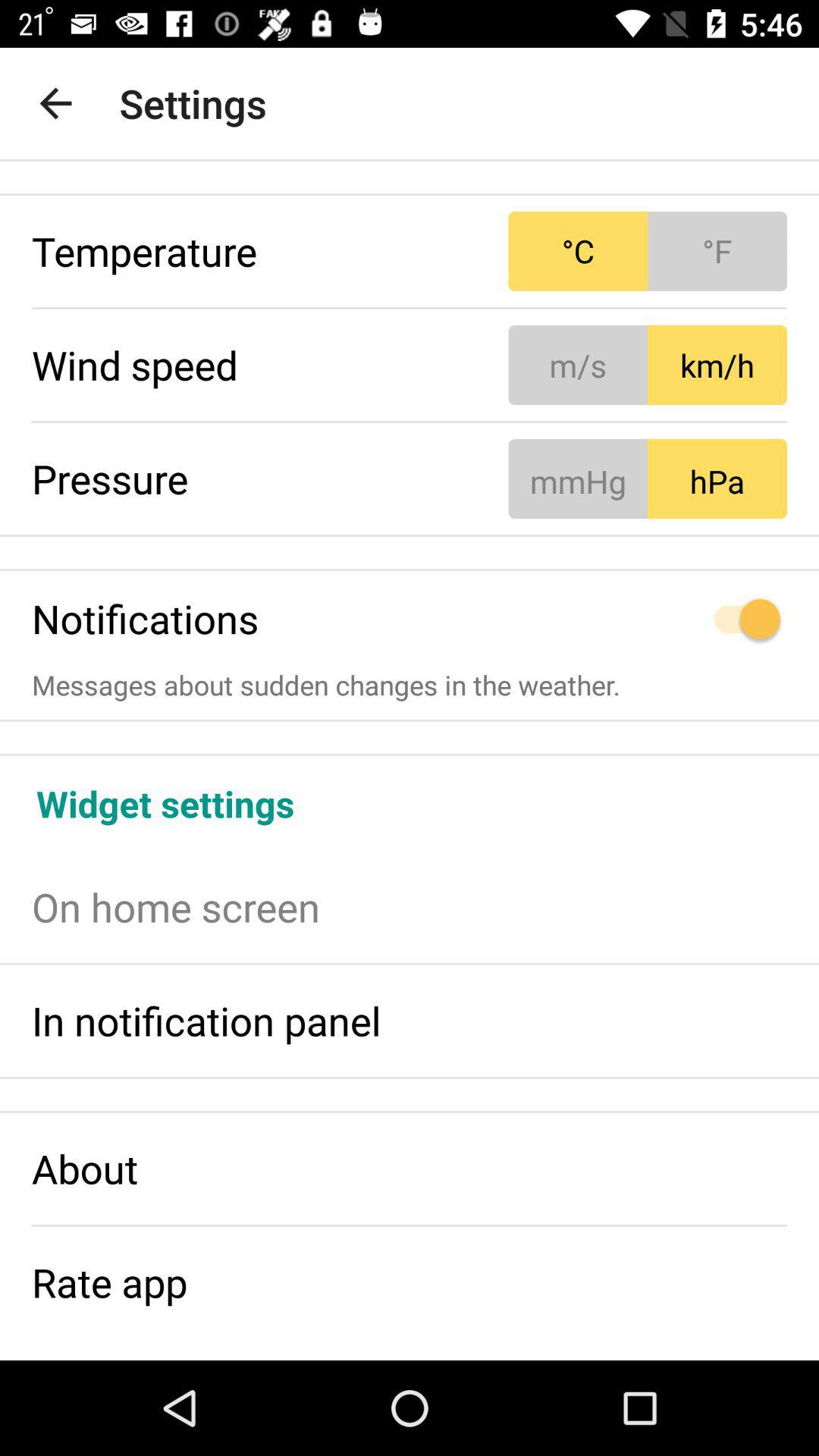  Describe the element at coordinates (648, 619) in the screenshot. I see `the item on the right` at that location.